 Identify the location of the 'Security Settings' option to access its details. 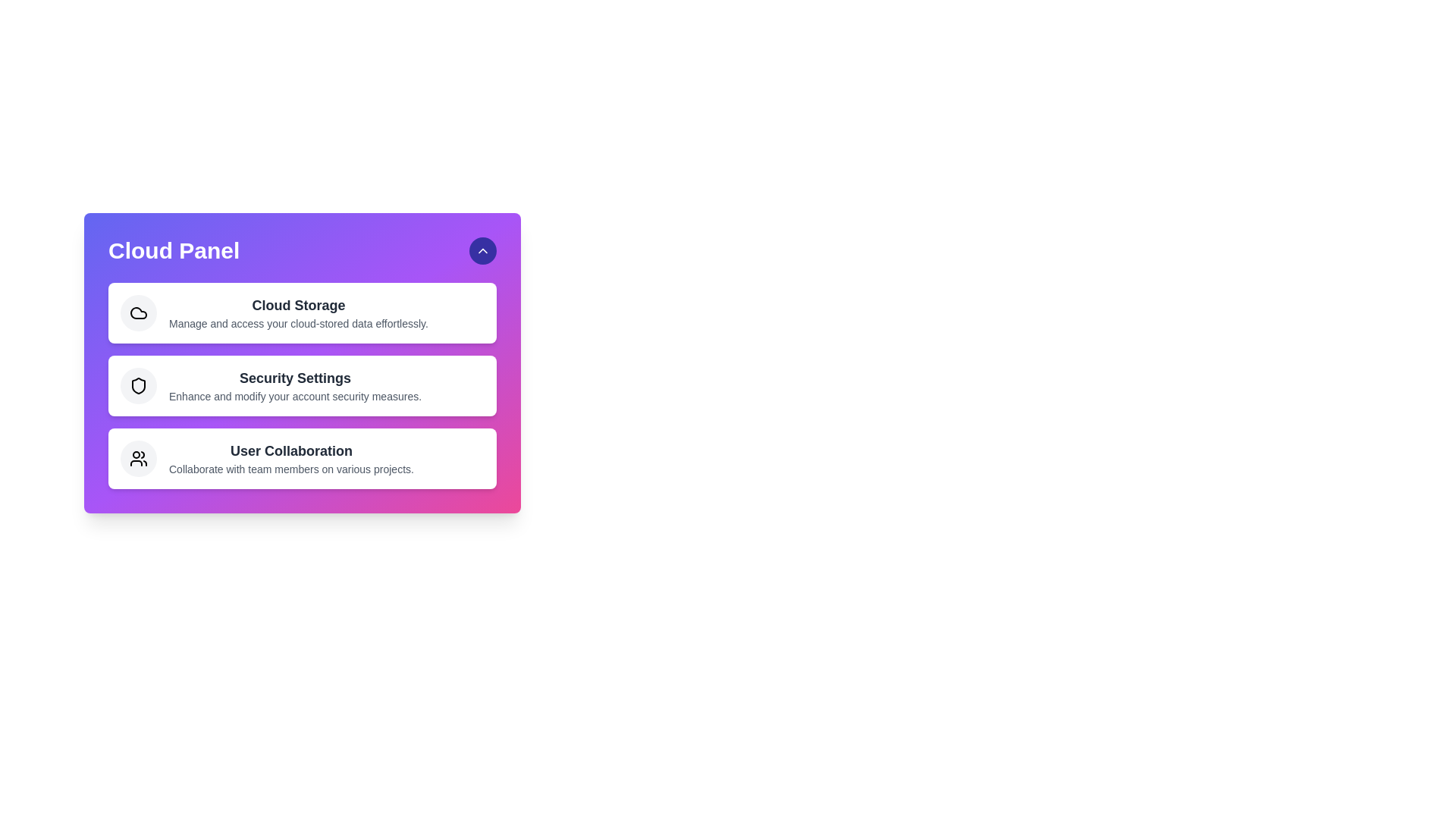
(302, 385).